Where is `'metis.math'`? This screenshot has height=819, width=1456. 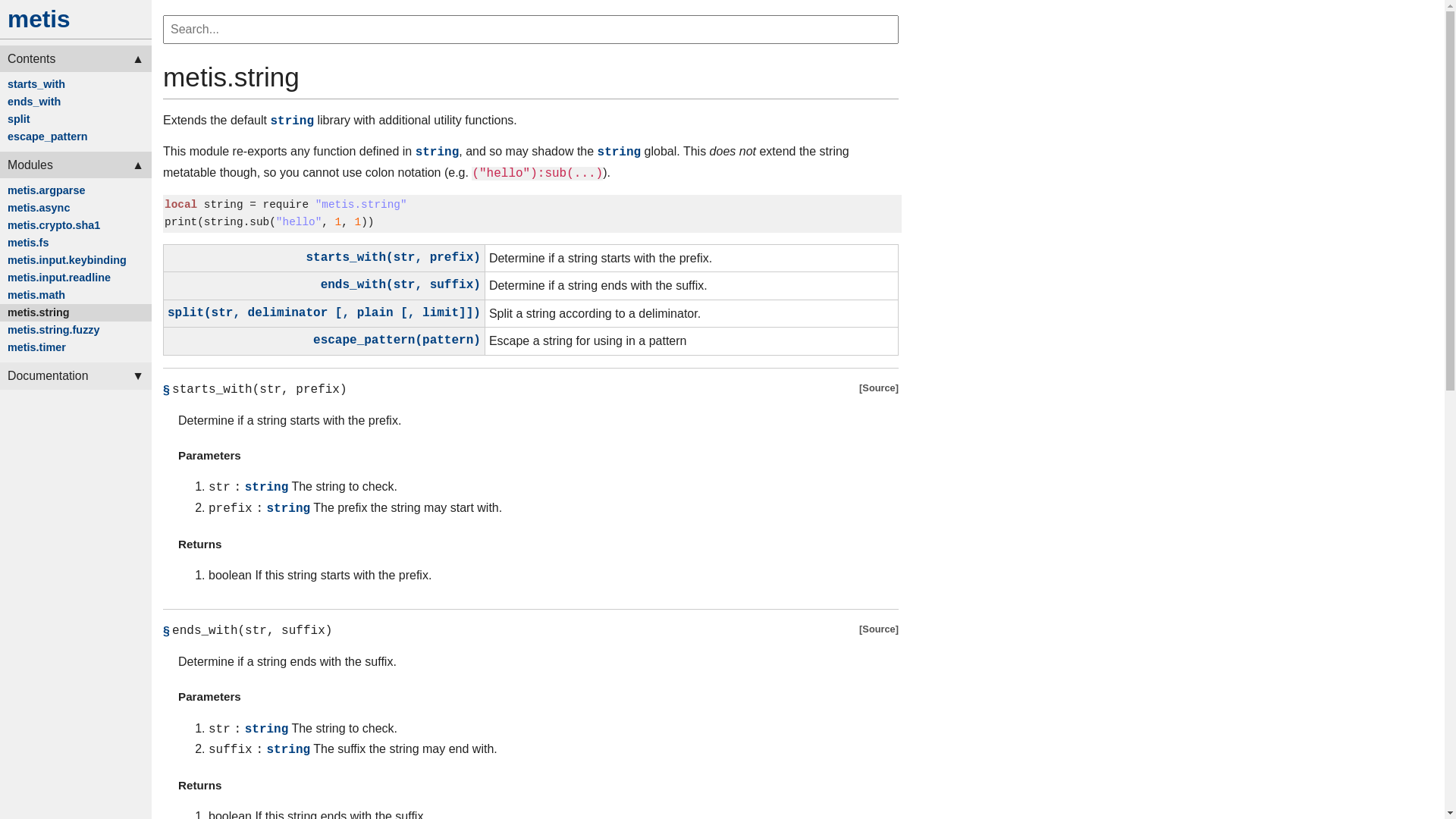 'metis.math' is located at coordinates (0, 295).